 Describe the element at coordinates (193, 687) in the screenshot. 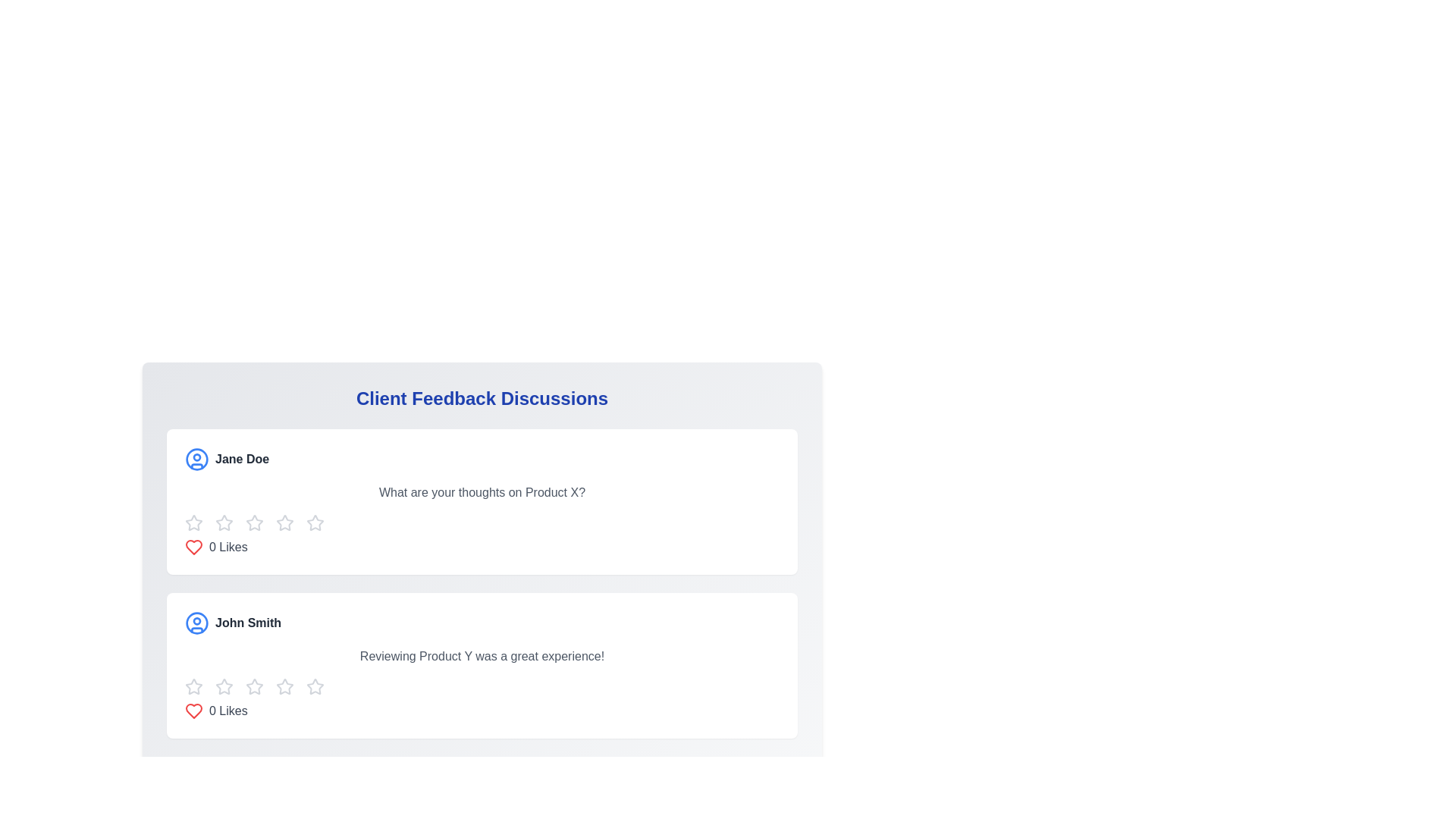

I see `the first star in the rating system under the user review titled 'John Smith', which is visually represented as a gray star indicating an unselected state` at that location.